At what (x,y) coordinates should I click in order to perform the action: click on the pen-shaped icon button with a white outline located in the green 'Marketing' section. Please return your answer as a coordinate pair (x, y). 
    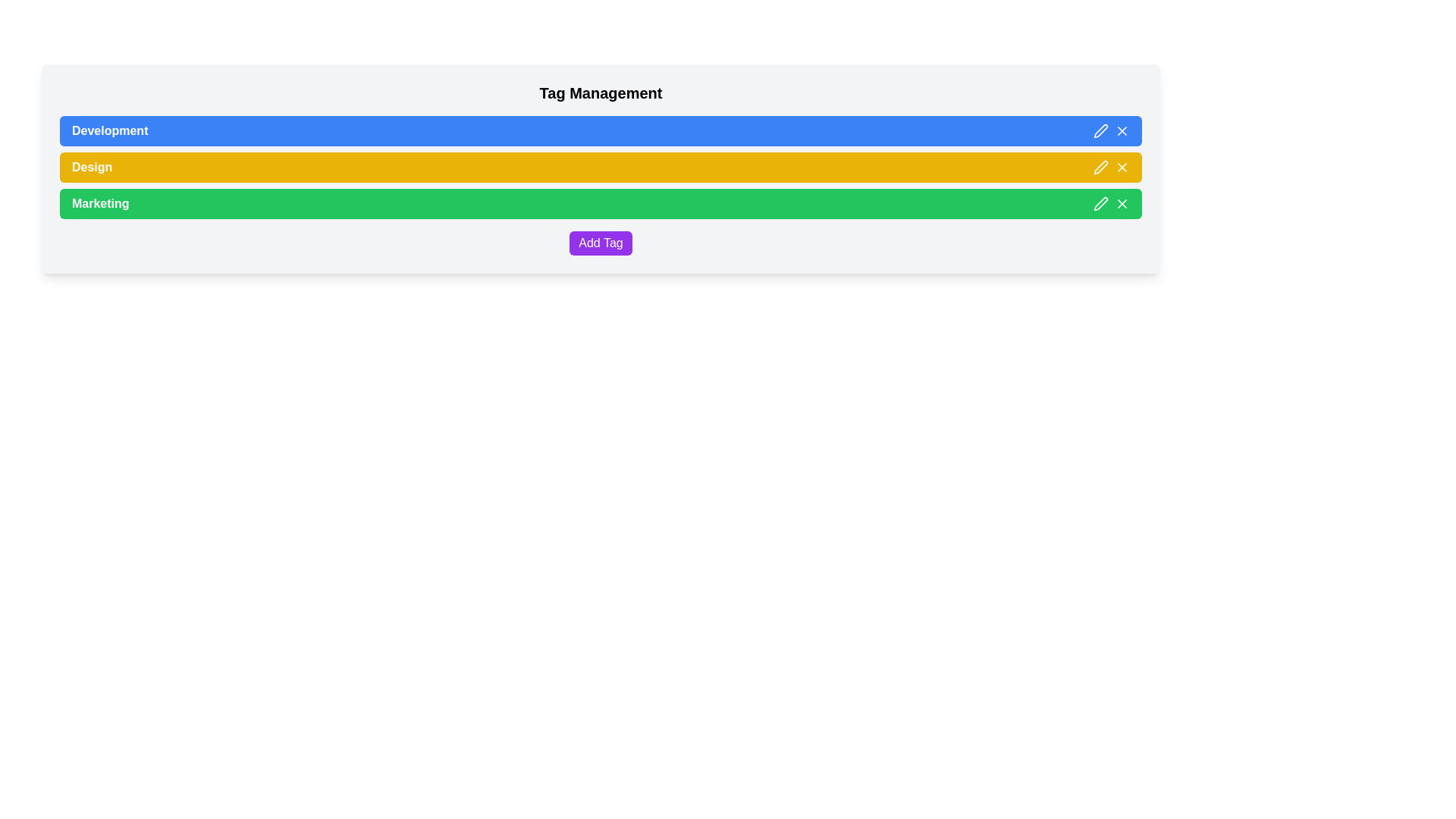
    Looking at the image, I should click on (1100, 203).